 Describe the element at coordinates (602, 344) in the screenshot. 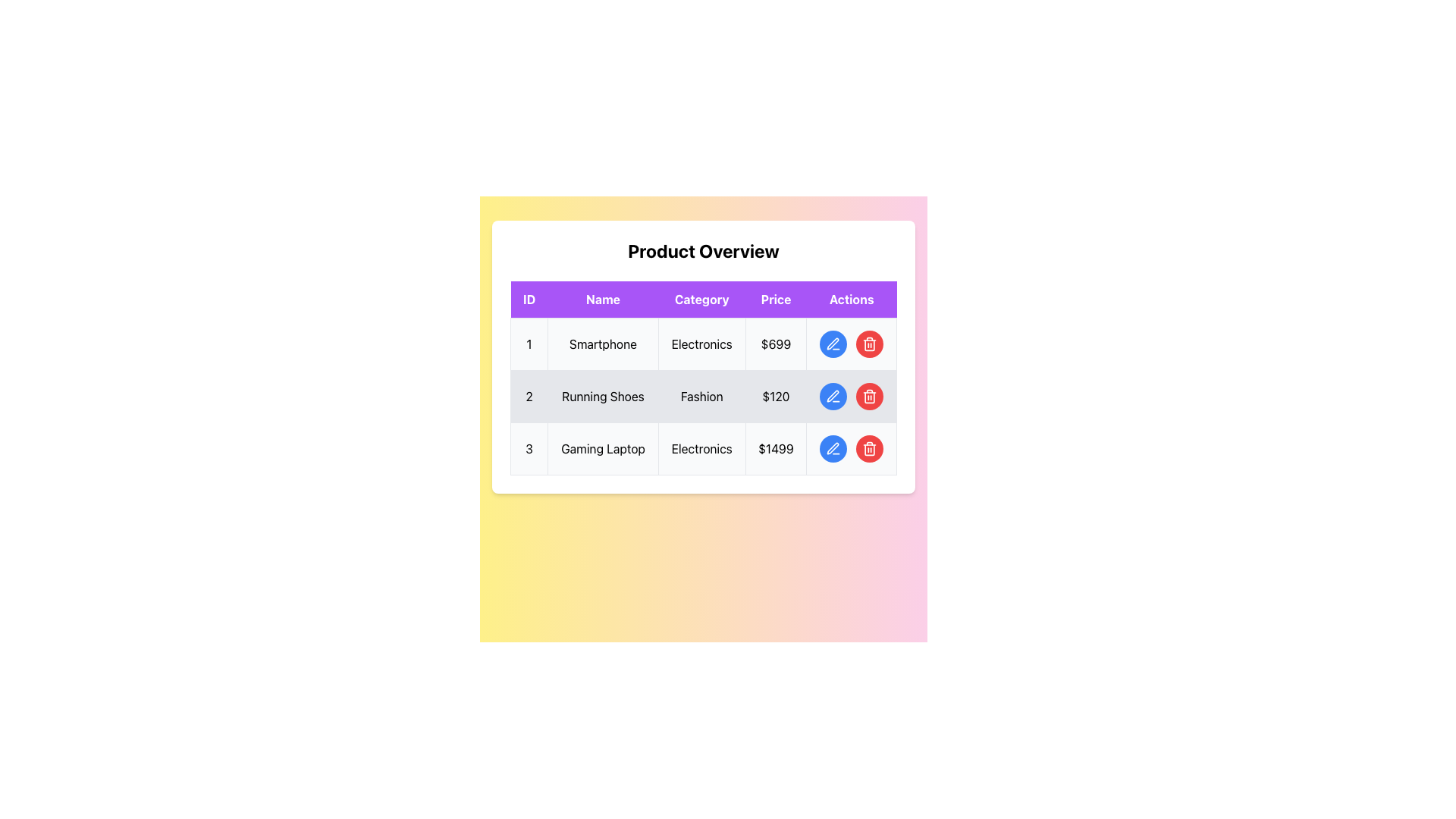

I see `the text label displaying 'Smartphone', which is located in the second cell of the first row under the 'Name' column in the data table` at that location.